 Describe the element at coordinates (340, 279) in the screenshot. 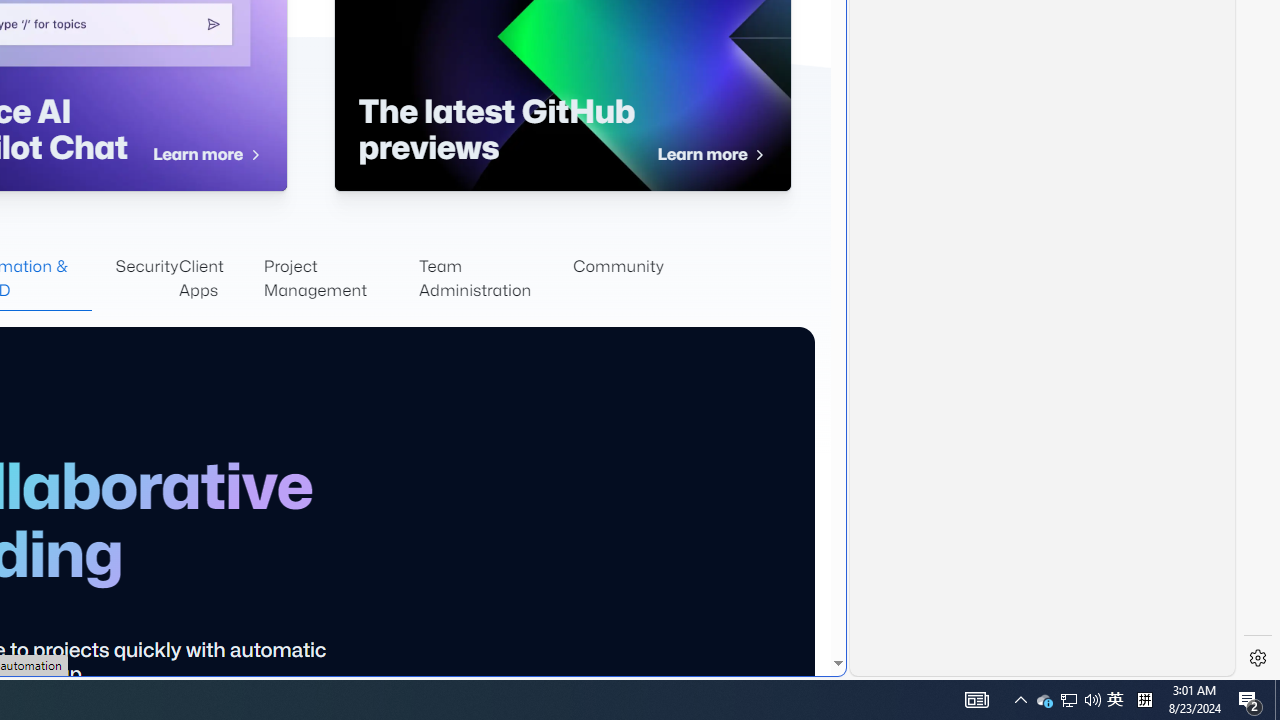

I see `'Project Management'` at that location.